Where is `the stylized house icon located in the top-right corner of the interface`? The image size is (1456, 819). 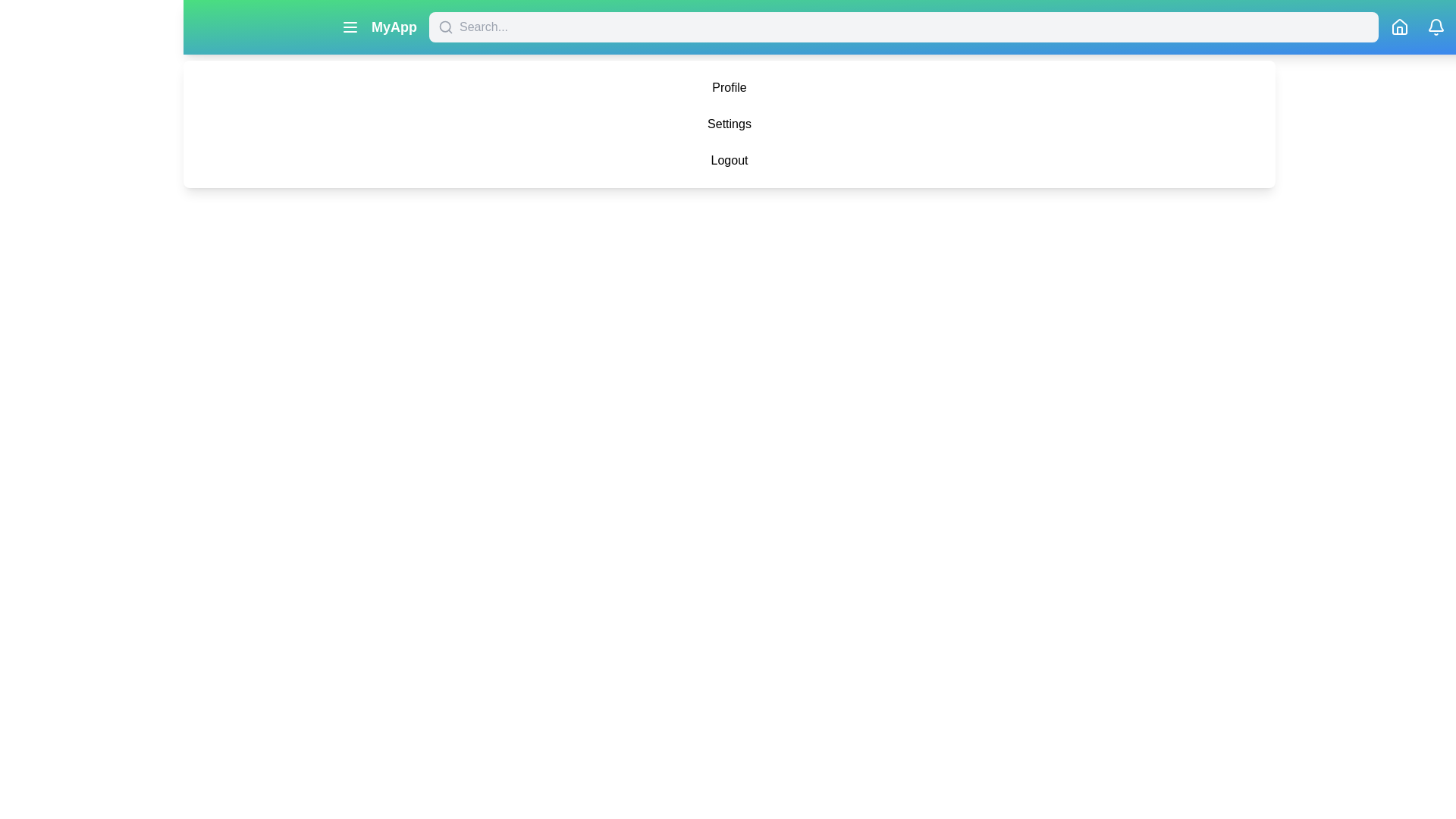 the stylized house icon located in the top-right corner of the interface is located at coordinates (1399, 27).